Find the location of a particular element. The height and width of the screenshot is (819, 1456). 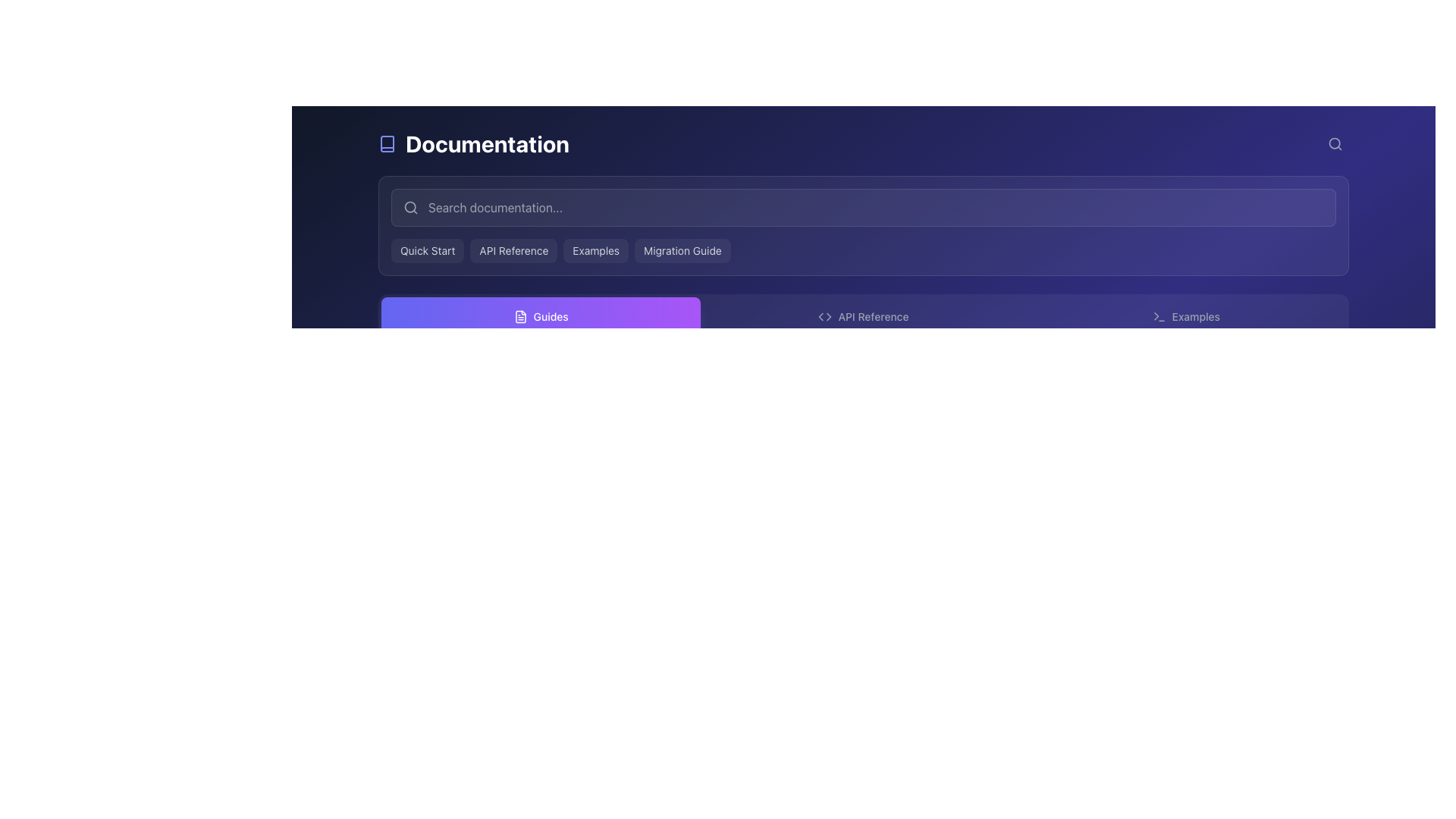

the first navigational button located at the bottom section of the interface, to the left of the 'API Reference' button is located at coordinates (541, 315).